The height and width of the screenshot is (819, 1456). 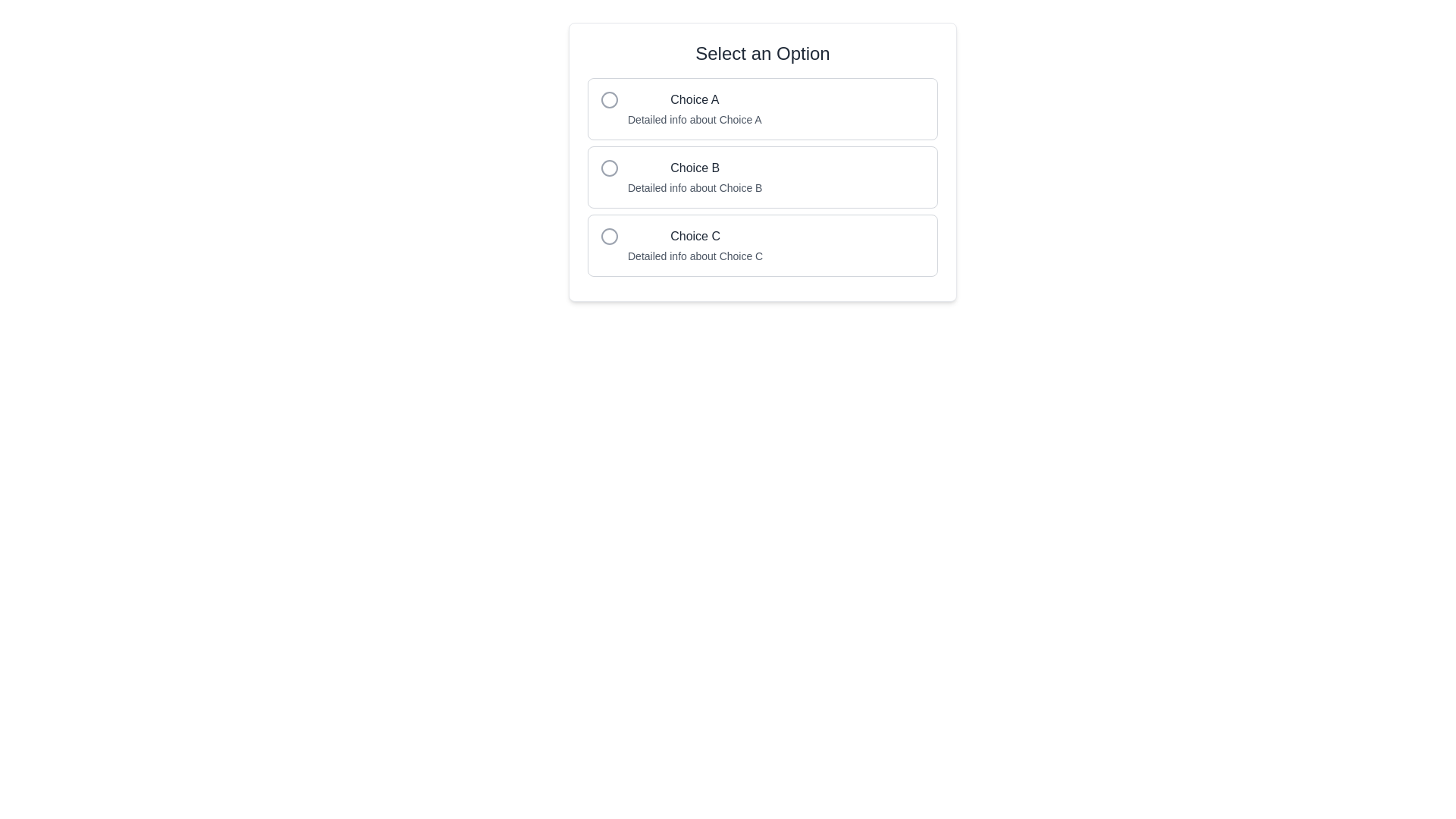 I want to click on the Text block displaying 'Choice B' with detailed info about it, which is the second option in a vertical list of choices, so click(x=694, y=177).